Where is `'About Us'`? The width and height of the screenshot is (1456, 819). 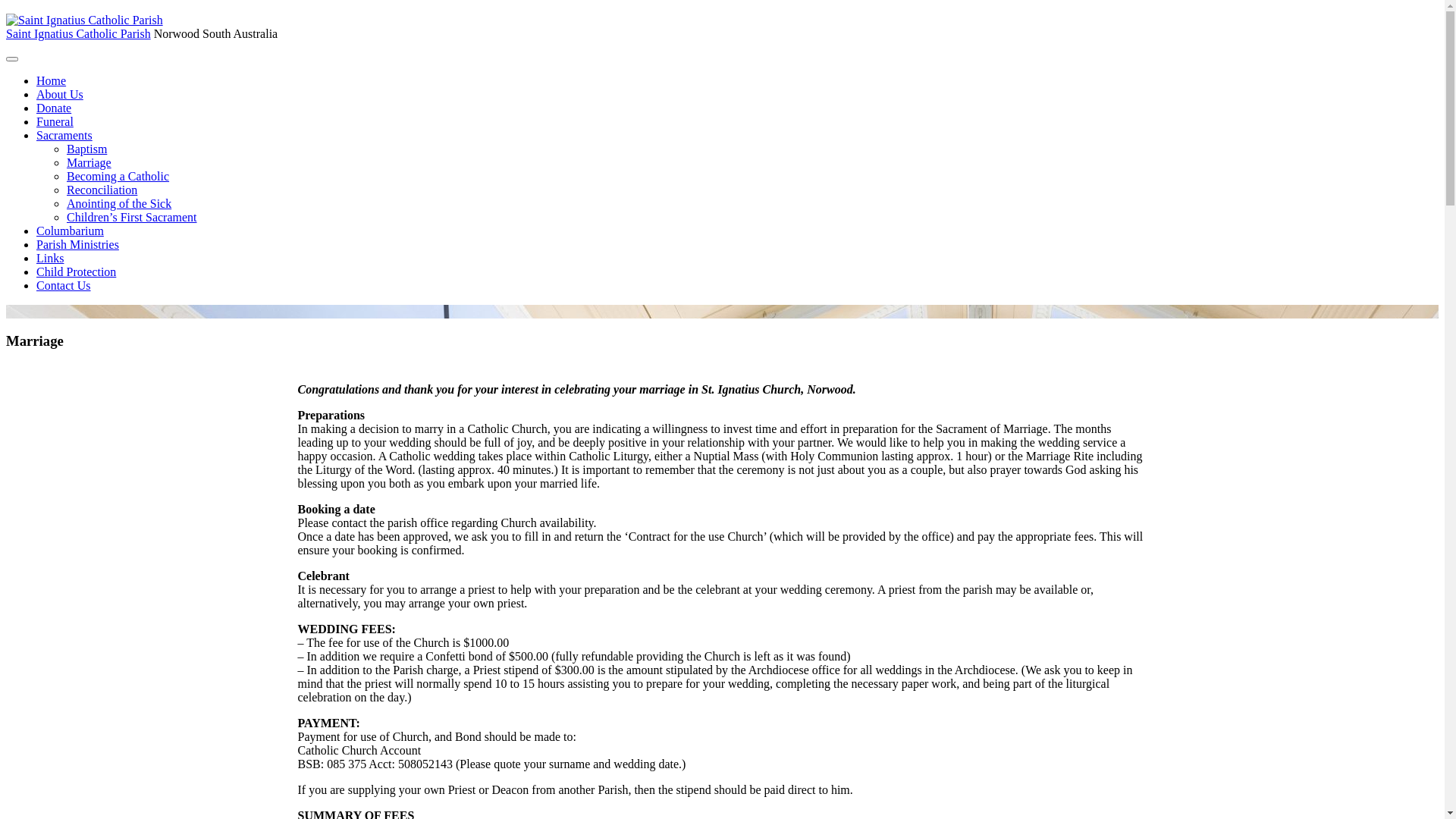 'About Us' is located at coordinates (59, 94).